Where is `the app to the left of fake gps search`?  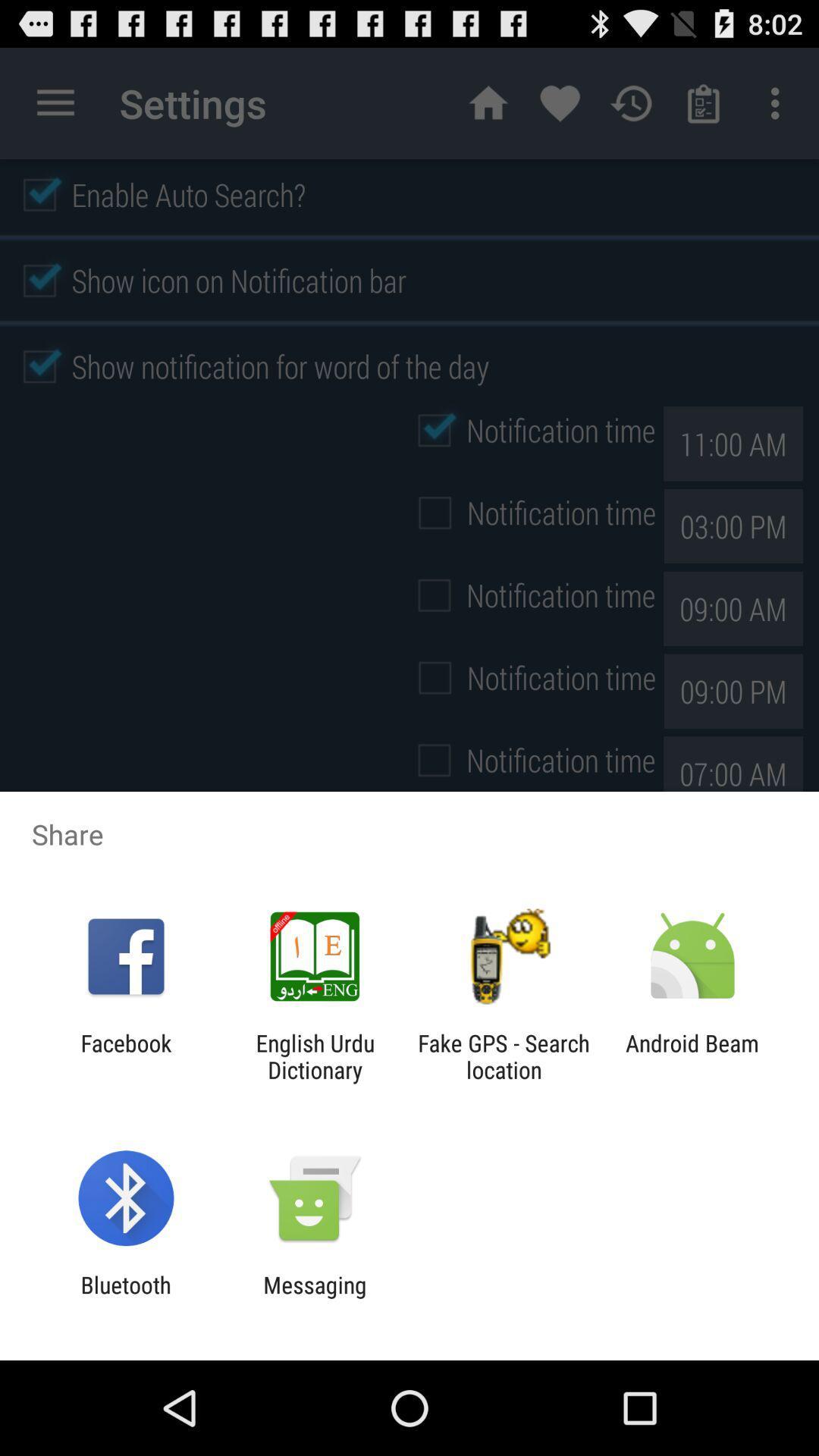 the app to the left of fake gps search is located at coordinates (314, 1056).